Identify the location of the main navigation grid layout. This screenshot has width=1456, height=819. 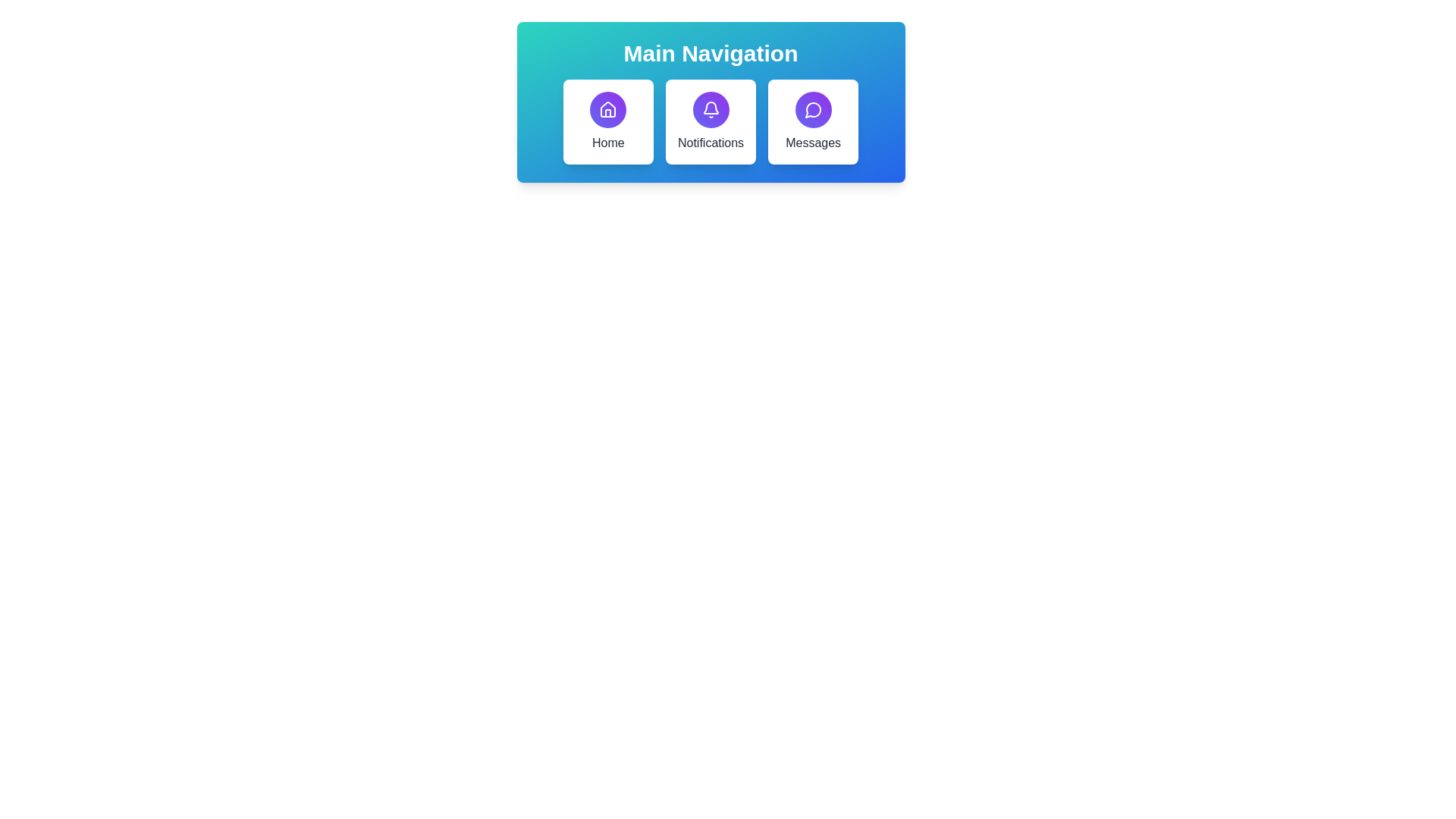
(710, 121).